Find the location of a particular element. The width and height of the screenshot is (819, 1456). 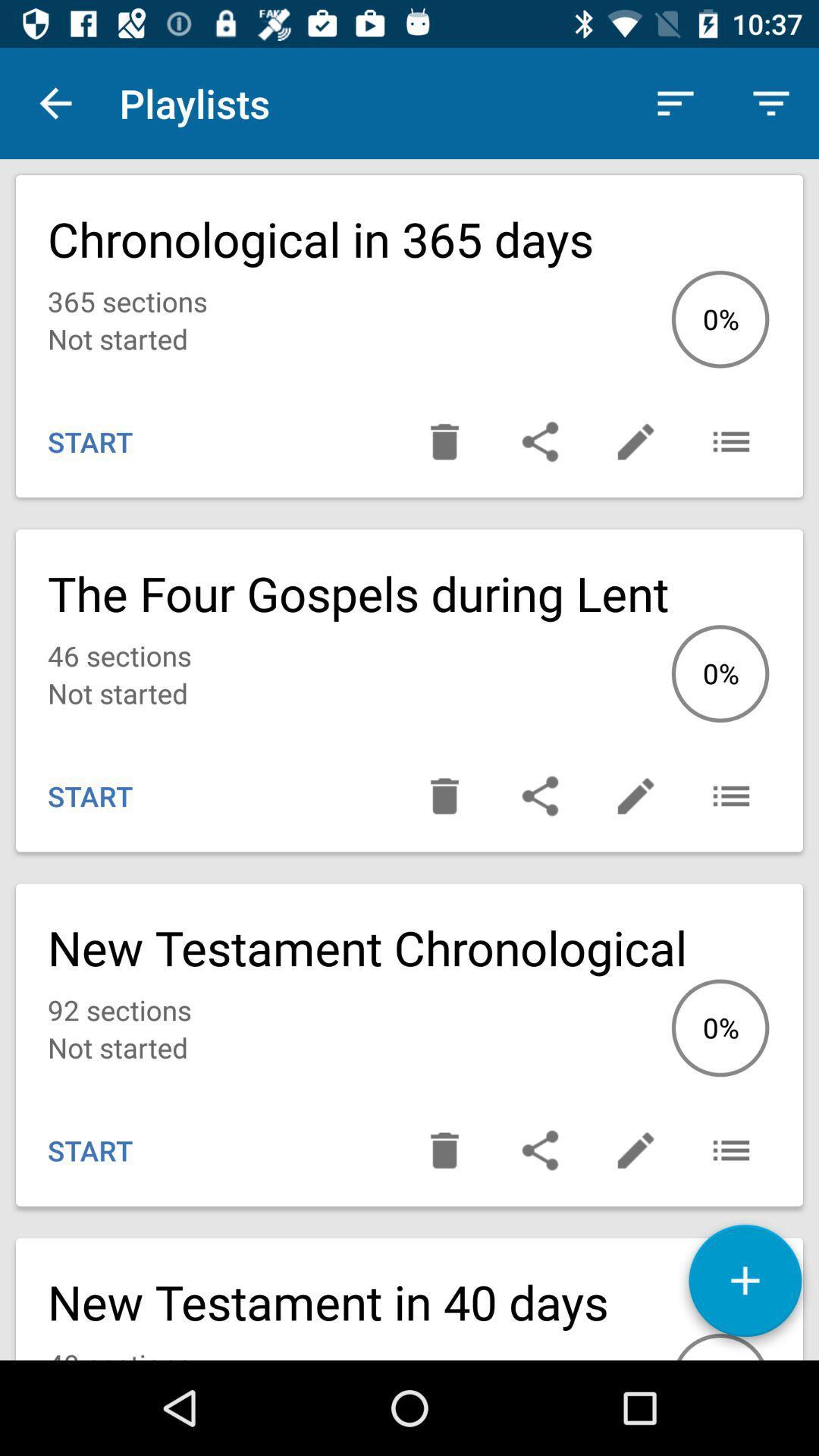

icon to the right of the 40 sections icon is located at coordinates (744, 1285).